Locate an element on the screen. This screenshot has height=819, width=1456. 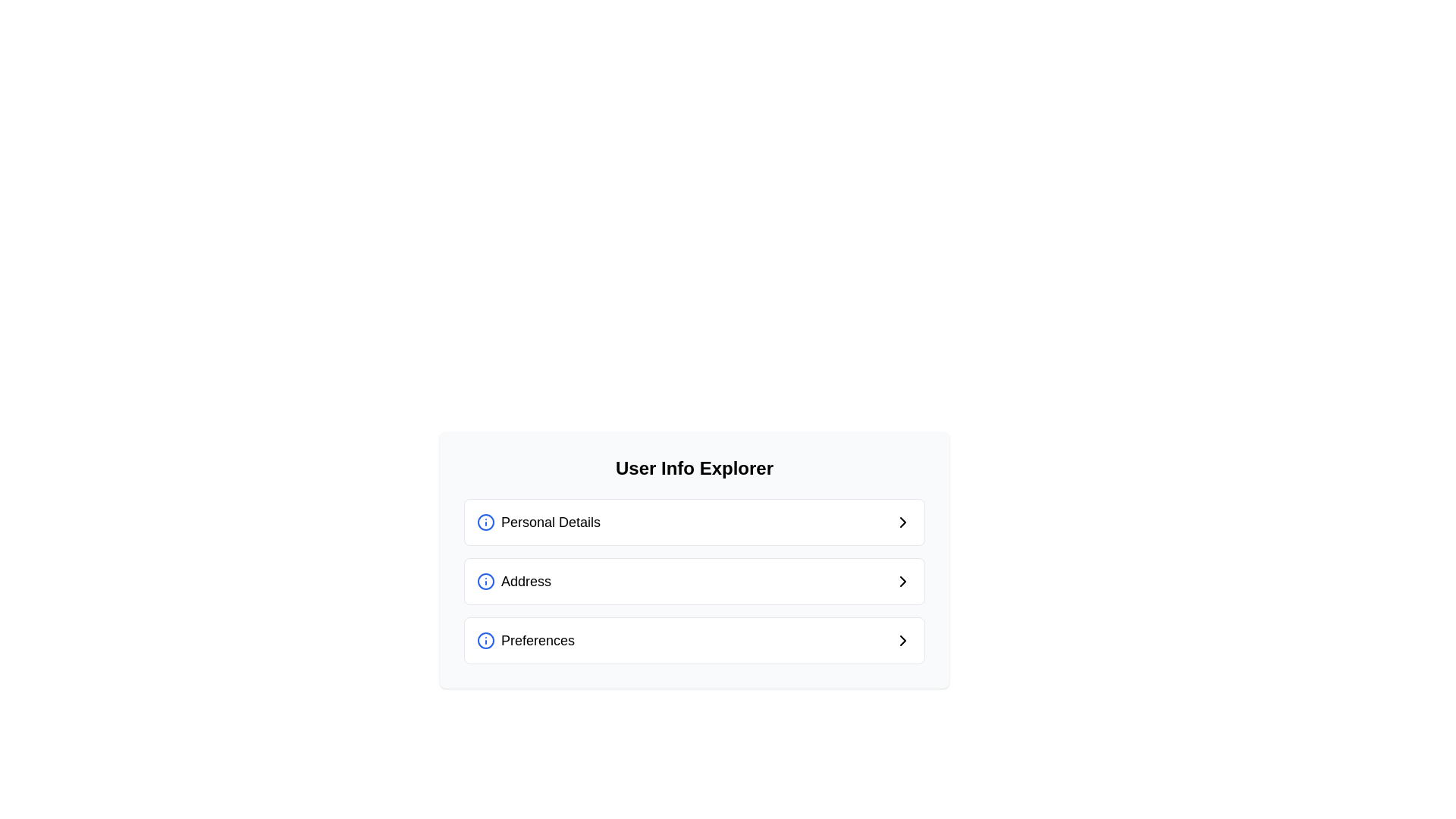
the interactive button between 'Personal Details' and 'Preferences' is located at coordinates (694, 581).